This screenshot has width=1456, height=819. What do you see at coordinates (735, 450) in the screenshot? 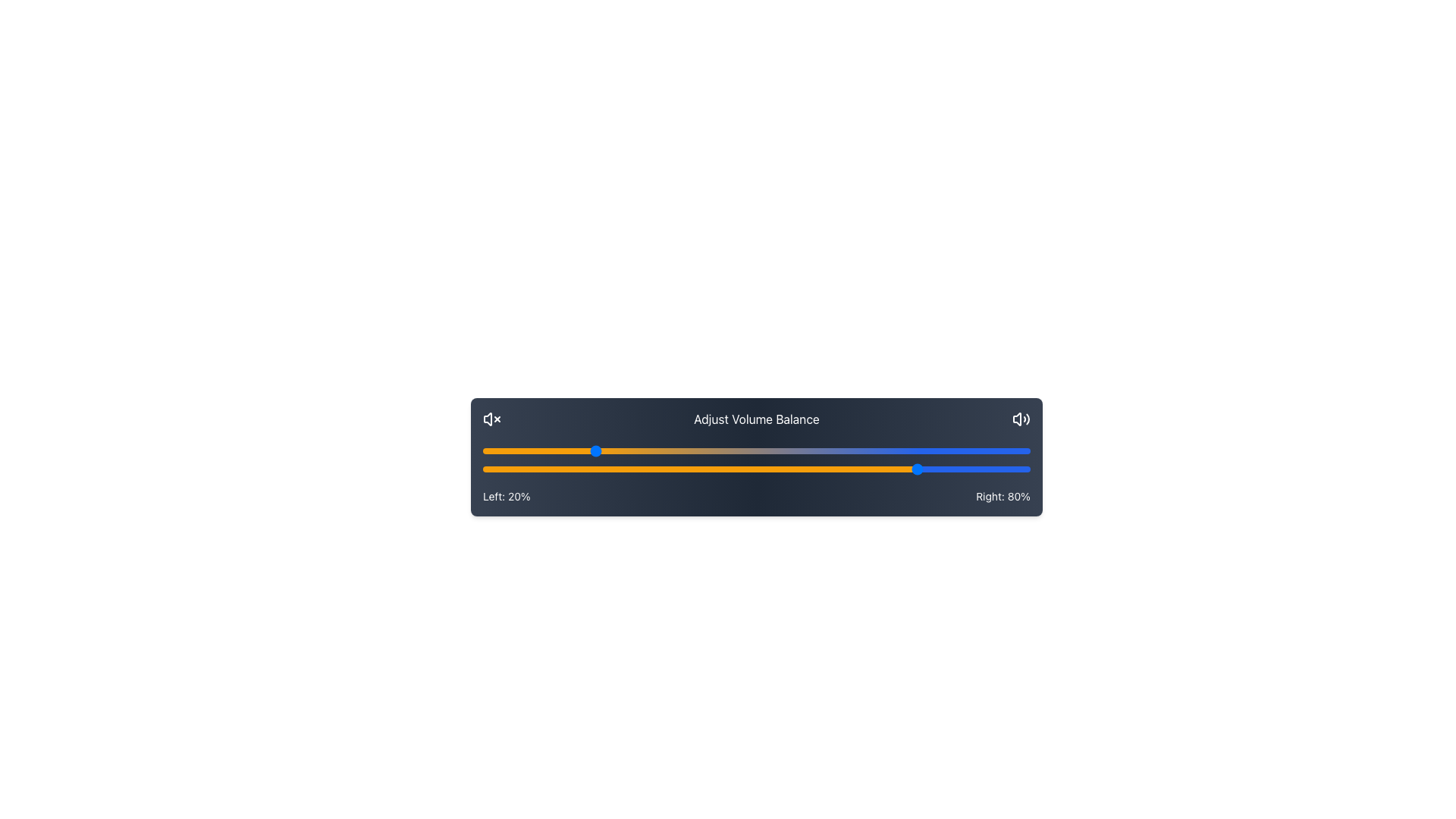
I see `the left balance` at bounding box center [735, 450].